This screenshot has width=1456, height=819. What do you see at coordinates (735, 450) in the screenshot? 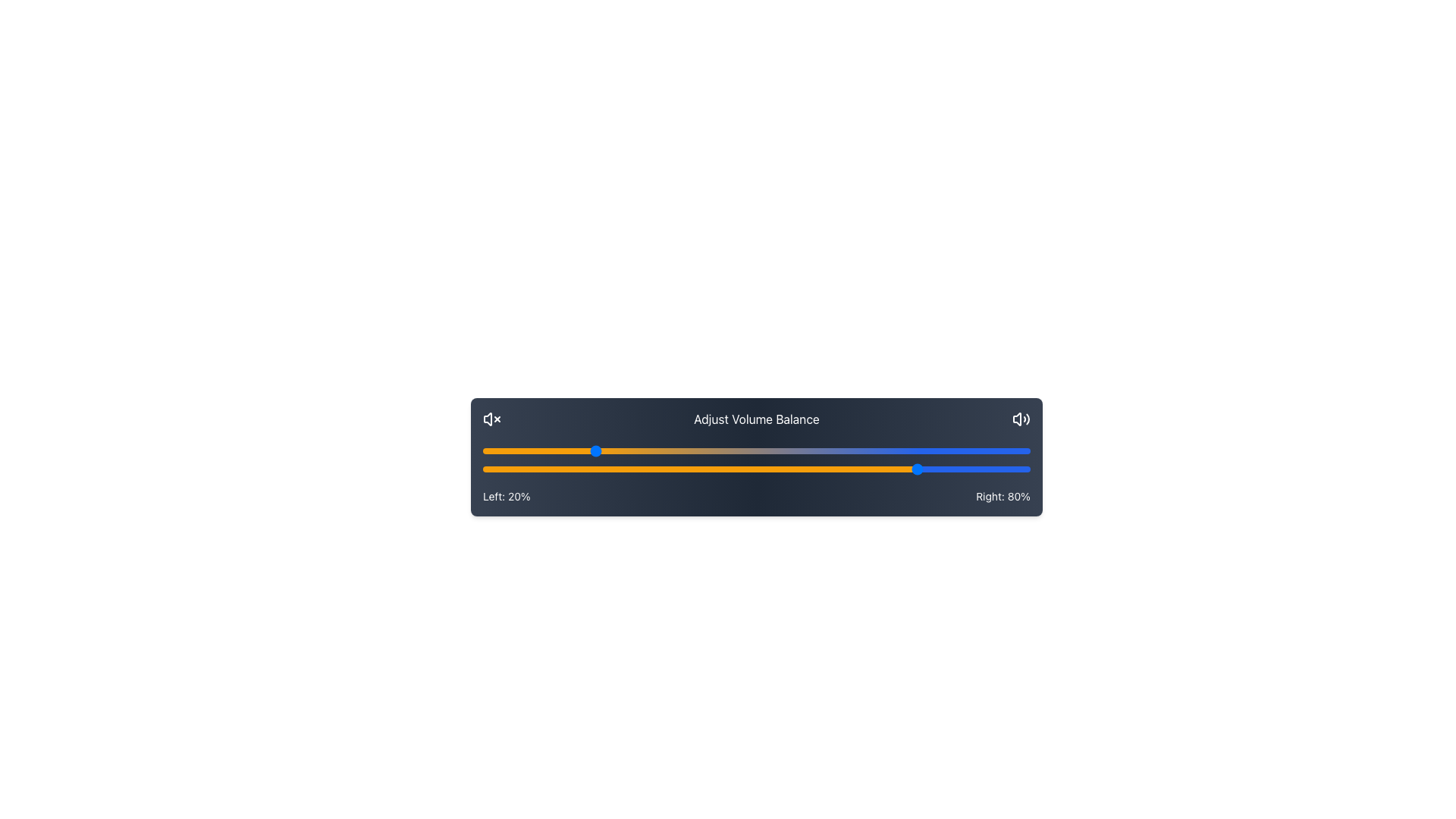
I see `the left balance` at bounding box center [735, 450].